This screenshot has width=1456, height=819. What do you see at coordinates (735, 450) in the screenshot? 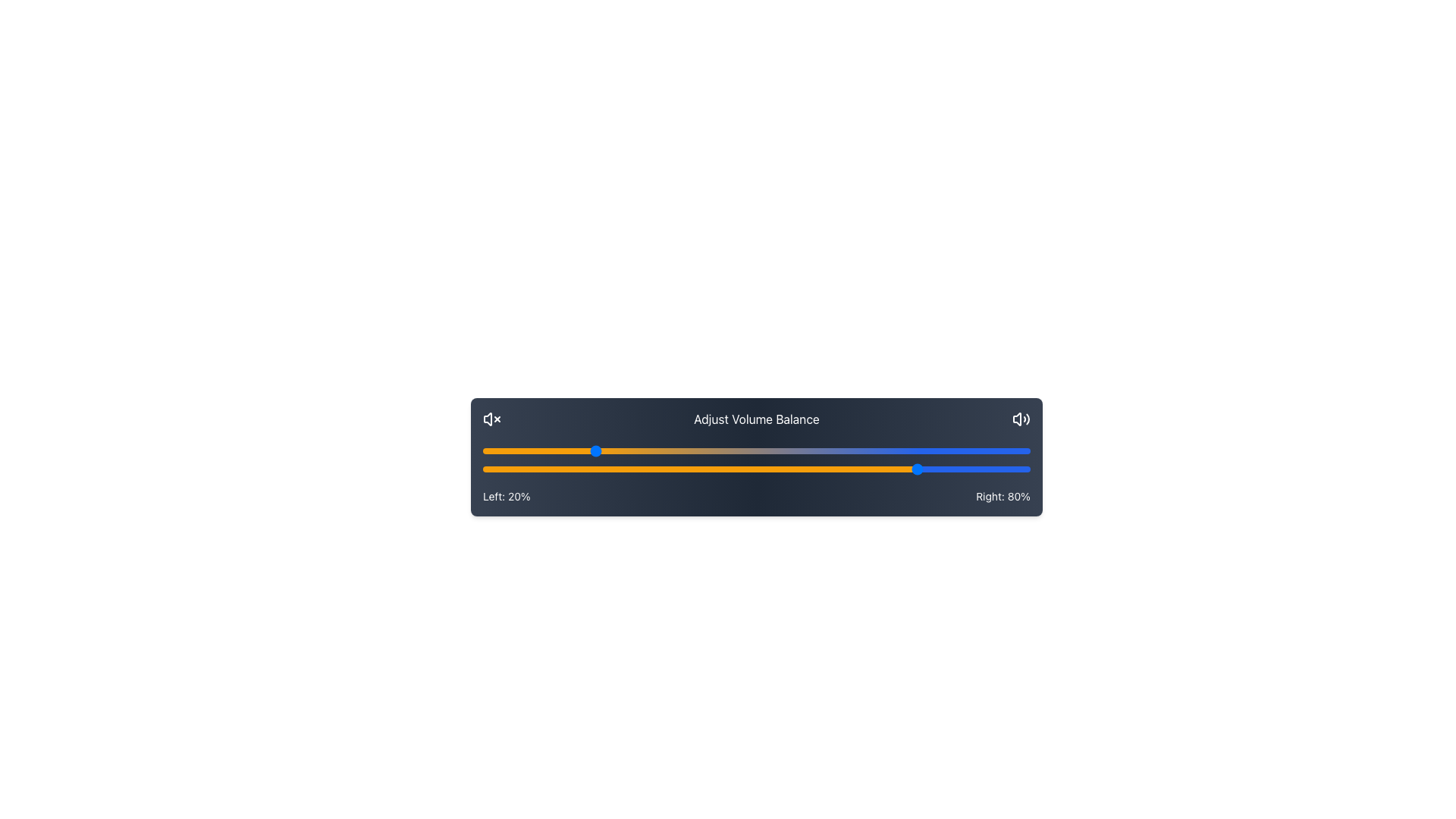
I see `the left balance` at bounding box center [735, 450].